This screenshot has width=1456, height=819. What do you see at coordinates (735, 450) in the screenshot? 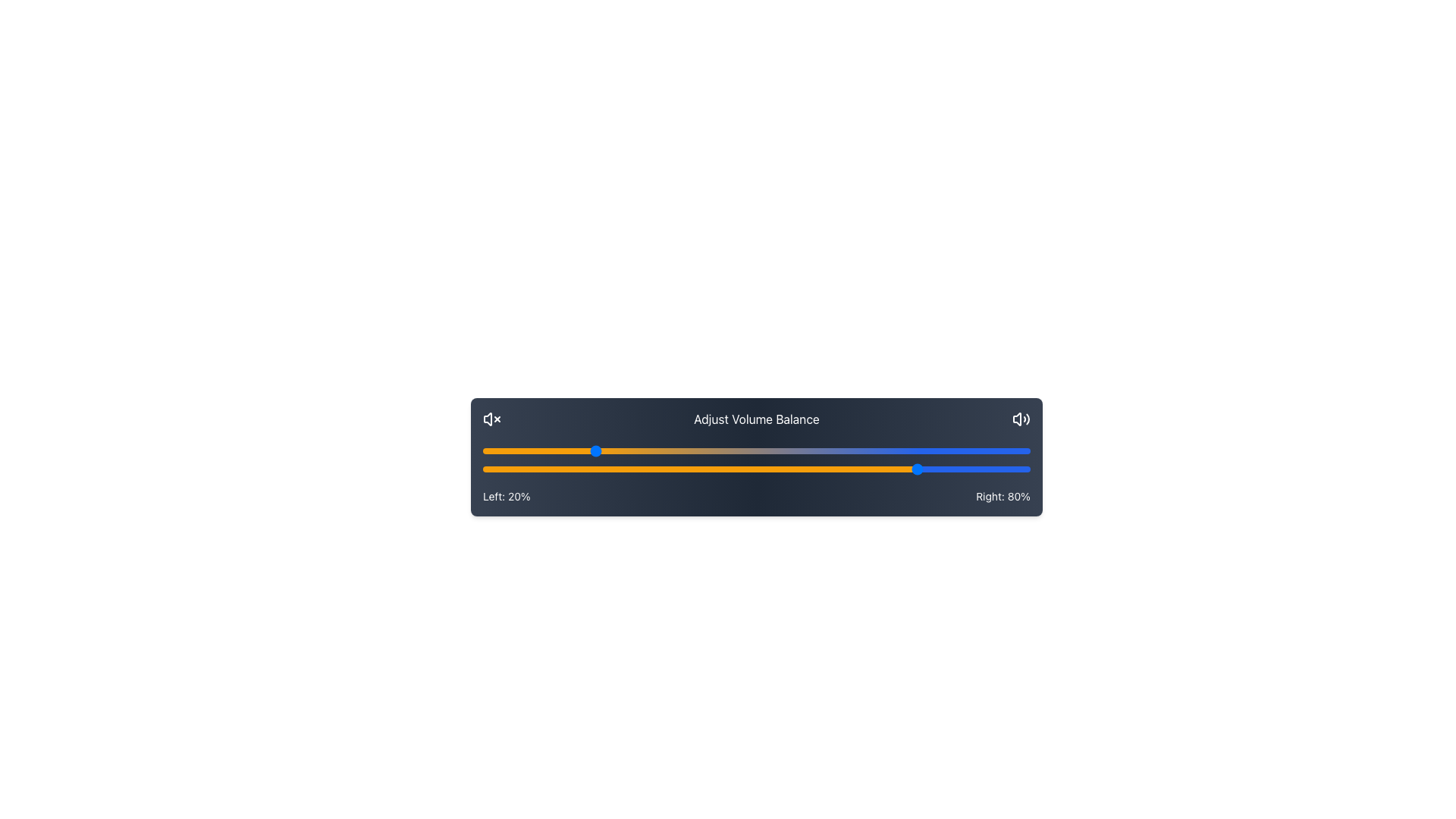
I see `the left balance` at bounding box center [735, 450].